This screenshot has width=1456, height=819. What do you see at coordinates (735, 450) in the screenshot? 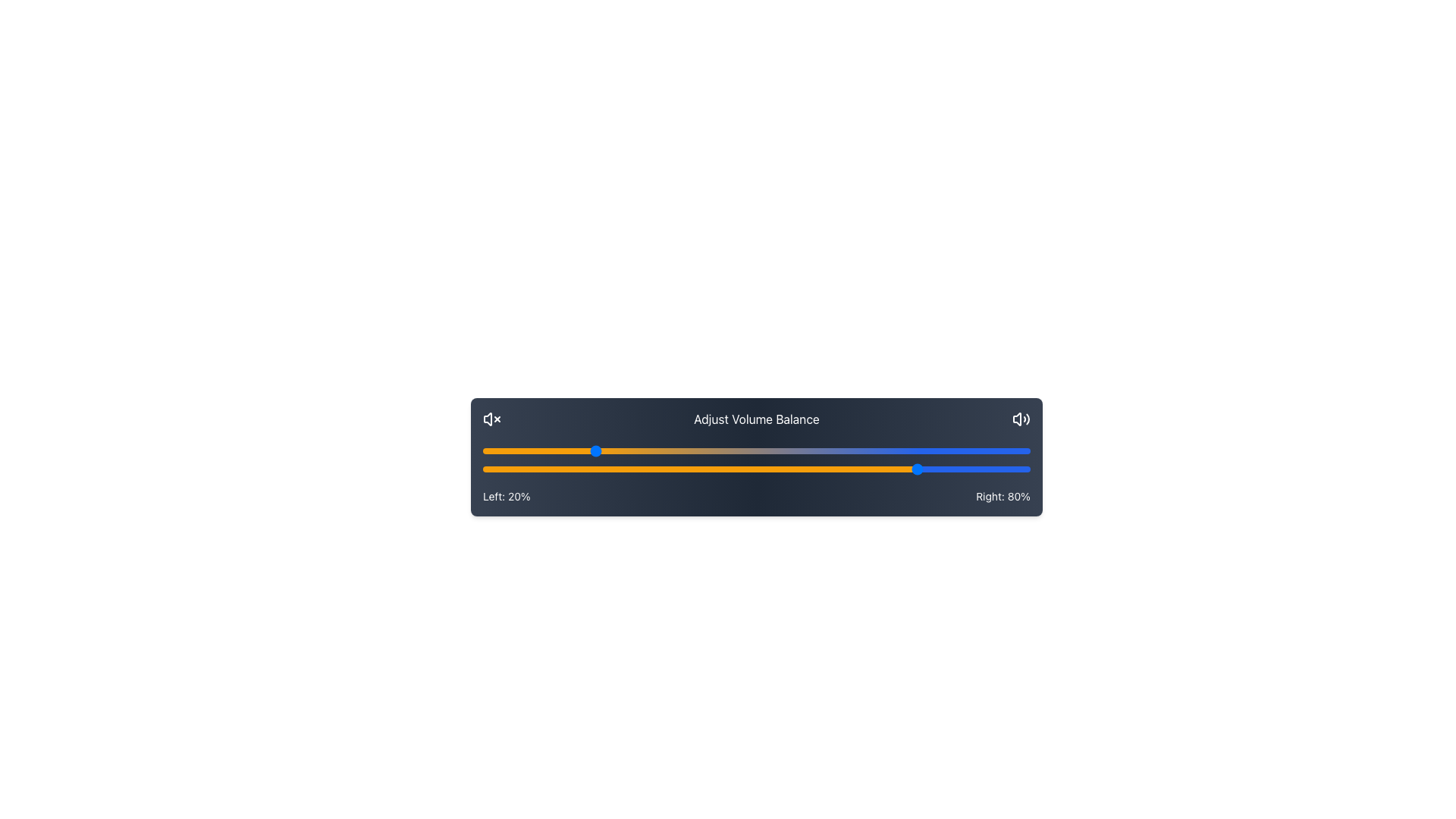
I see `the left balance` at bounding box center [735, 450].